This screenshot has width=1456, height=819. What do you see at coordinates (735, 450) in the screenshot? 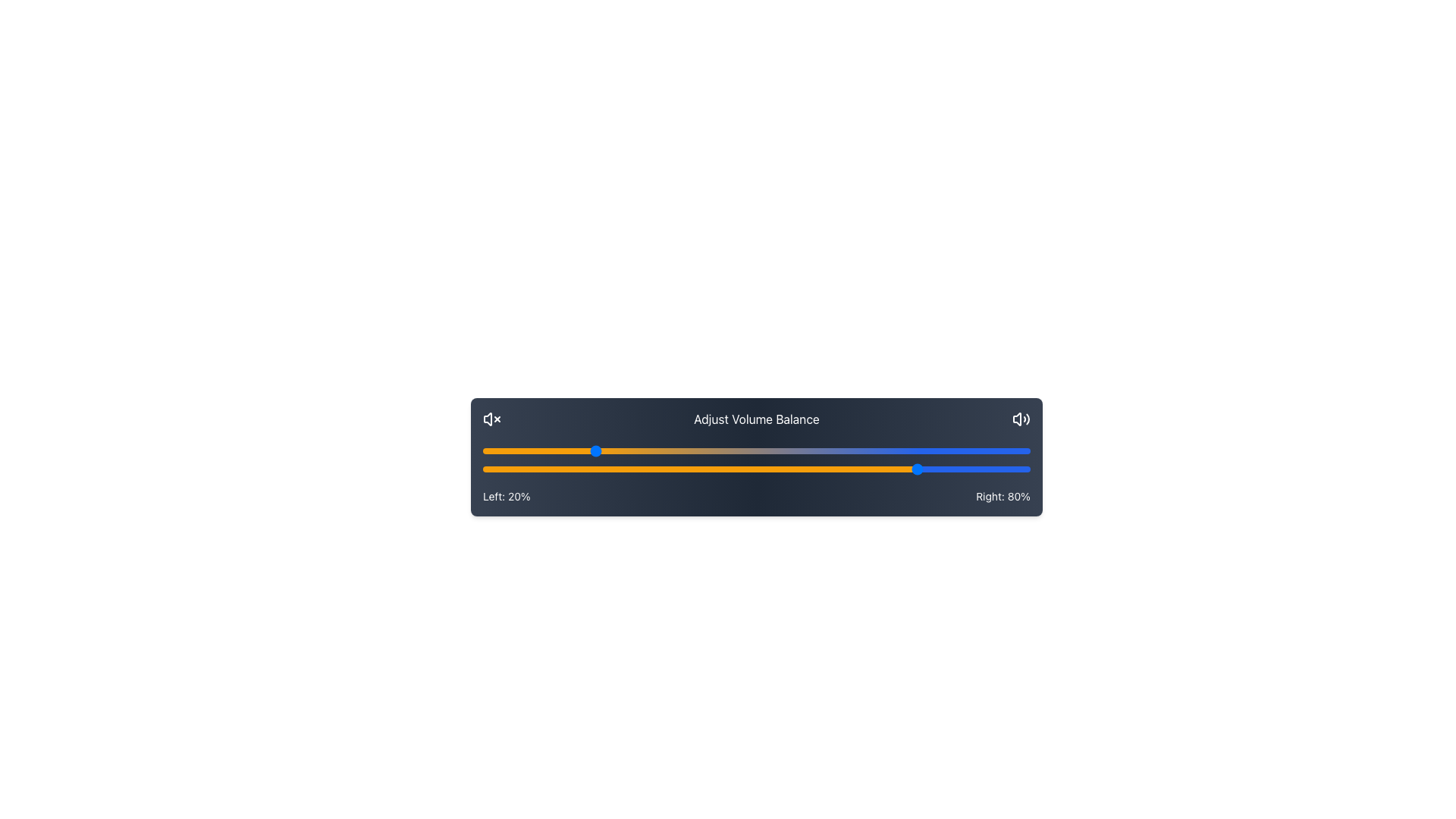
I see `the left balance` at bounding box center [735, 450].